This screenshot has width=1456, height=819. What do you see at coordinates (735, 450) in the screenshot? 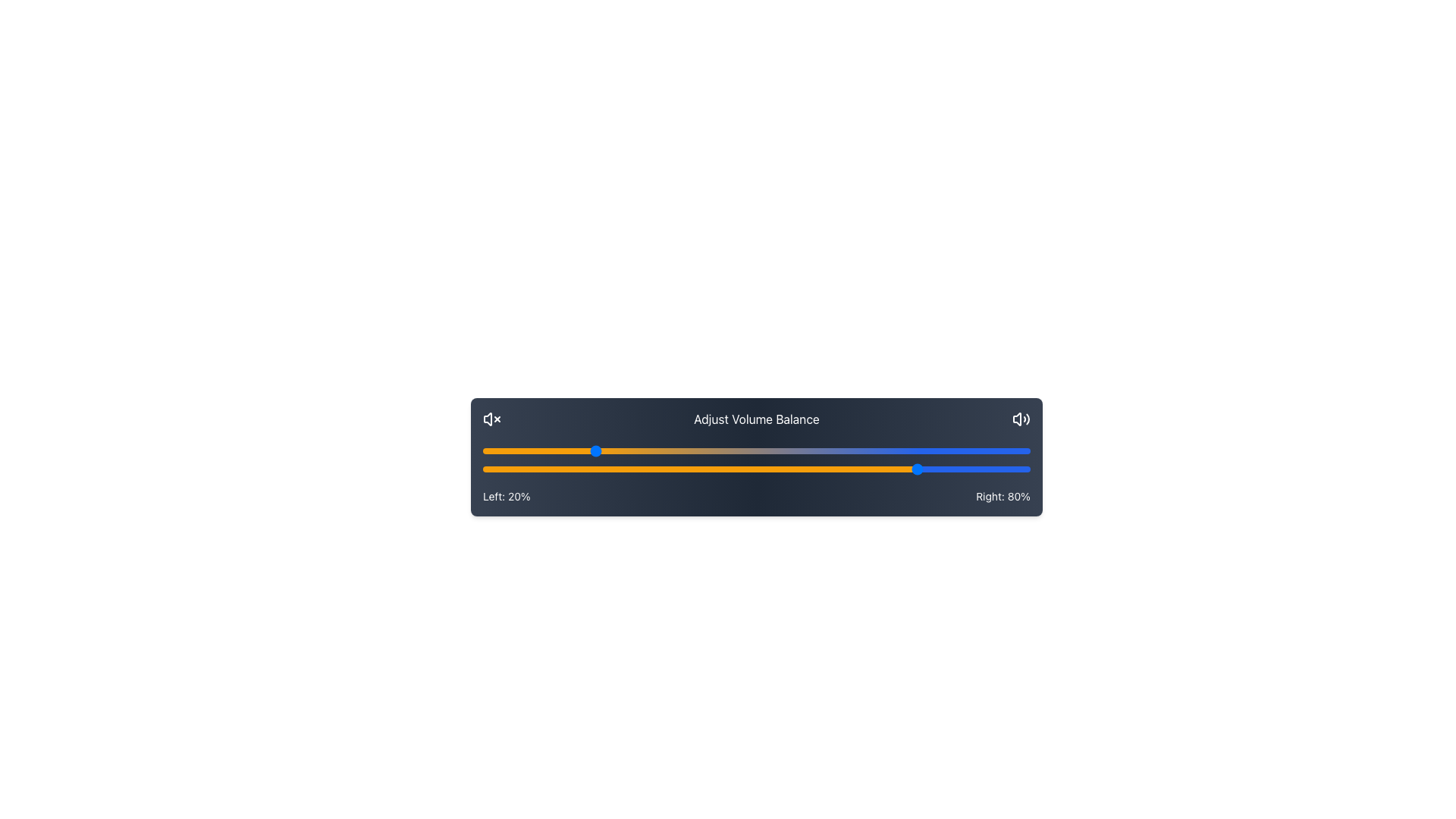
I see `the left balance` at bounding box center [735, 450].